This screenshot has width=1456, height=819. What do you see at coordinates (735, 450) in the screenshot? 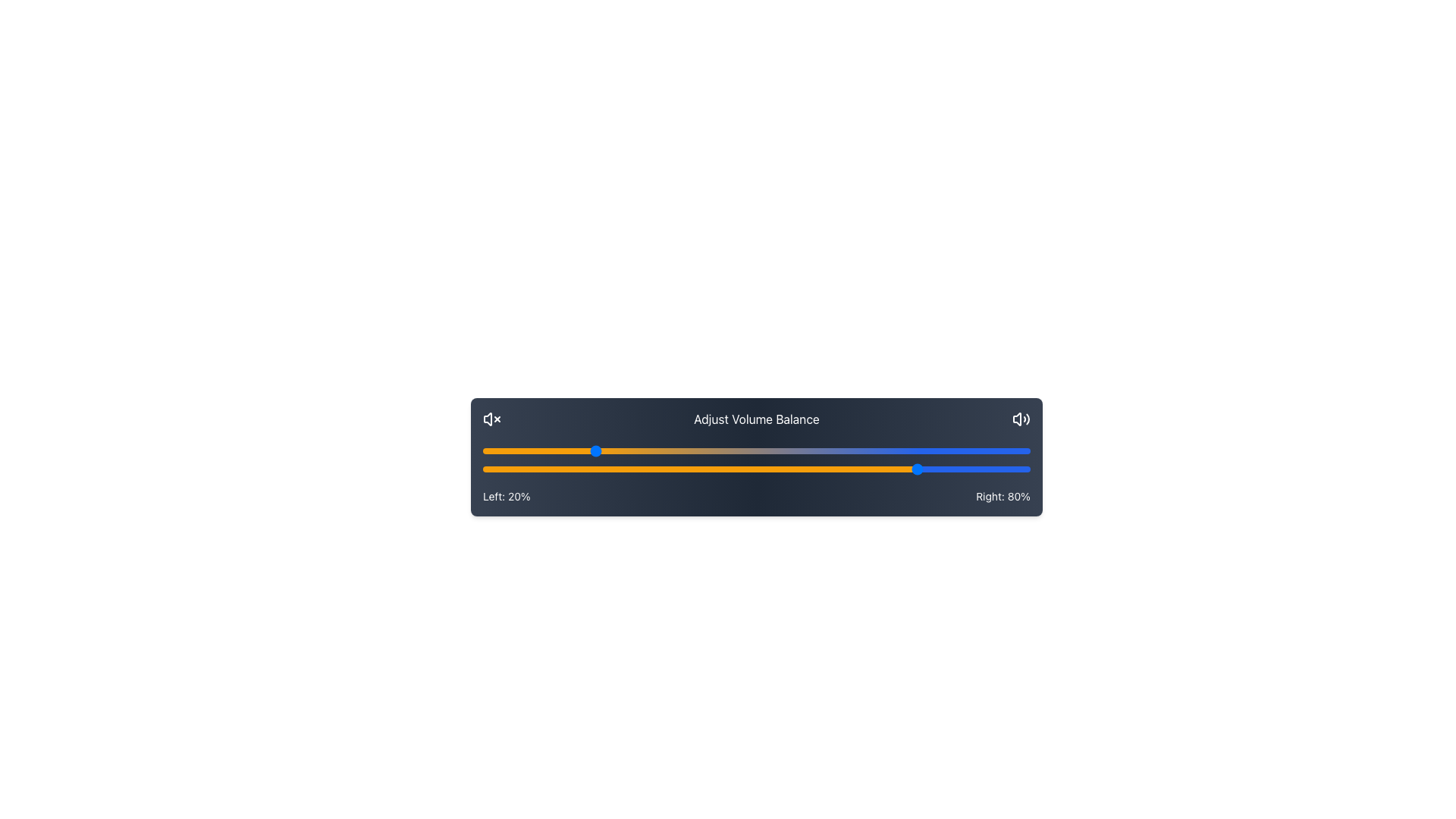
I see `the left balance` at bounding box center [735, 450].